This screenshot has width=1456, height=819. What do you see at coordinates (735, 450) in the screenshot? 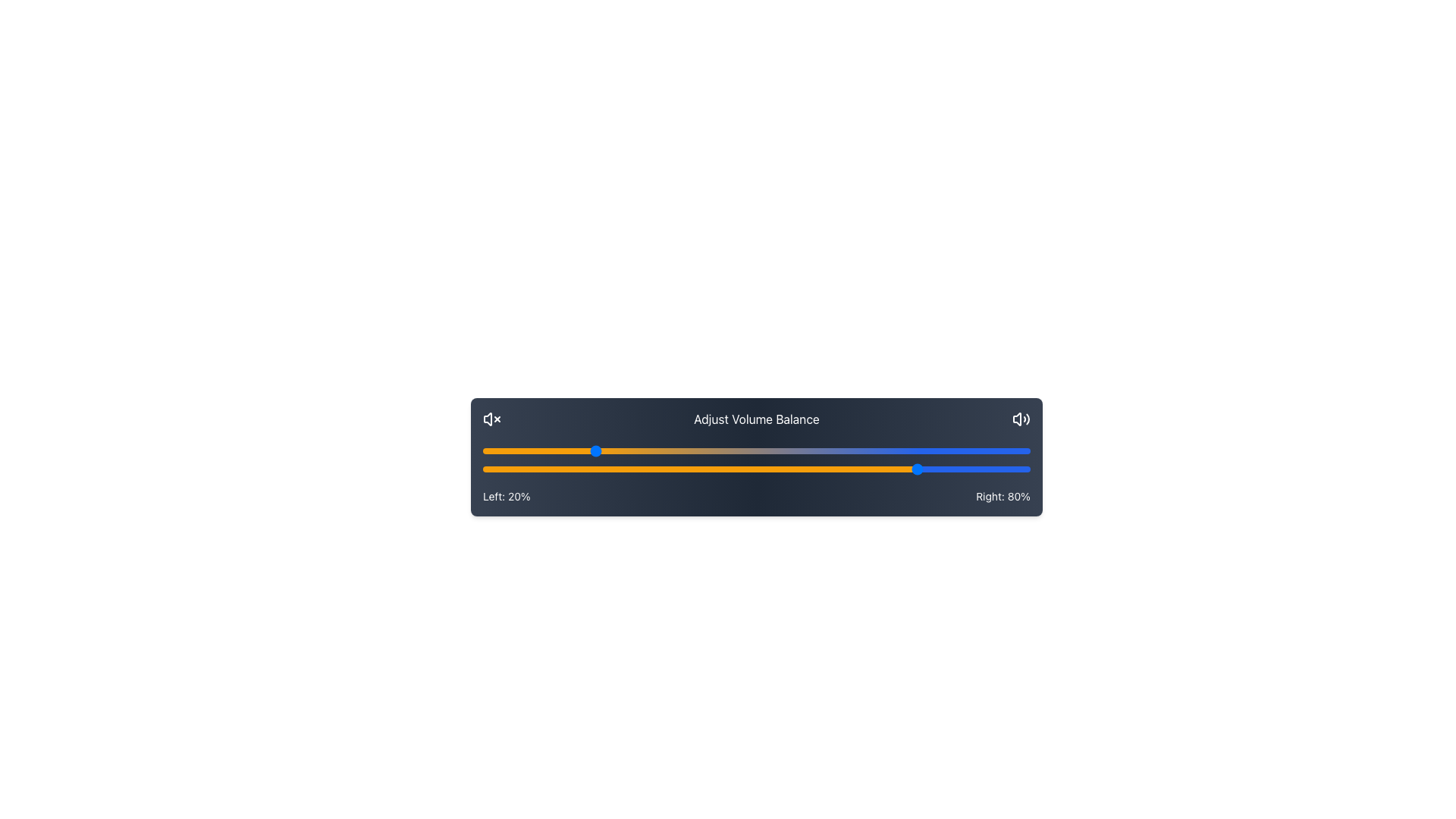
I see `the left balance` at bounding box center [735, 450].